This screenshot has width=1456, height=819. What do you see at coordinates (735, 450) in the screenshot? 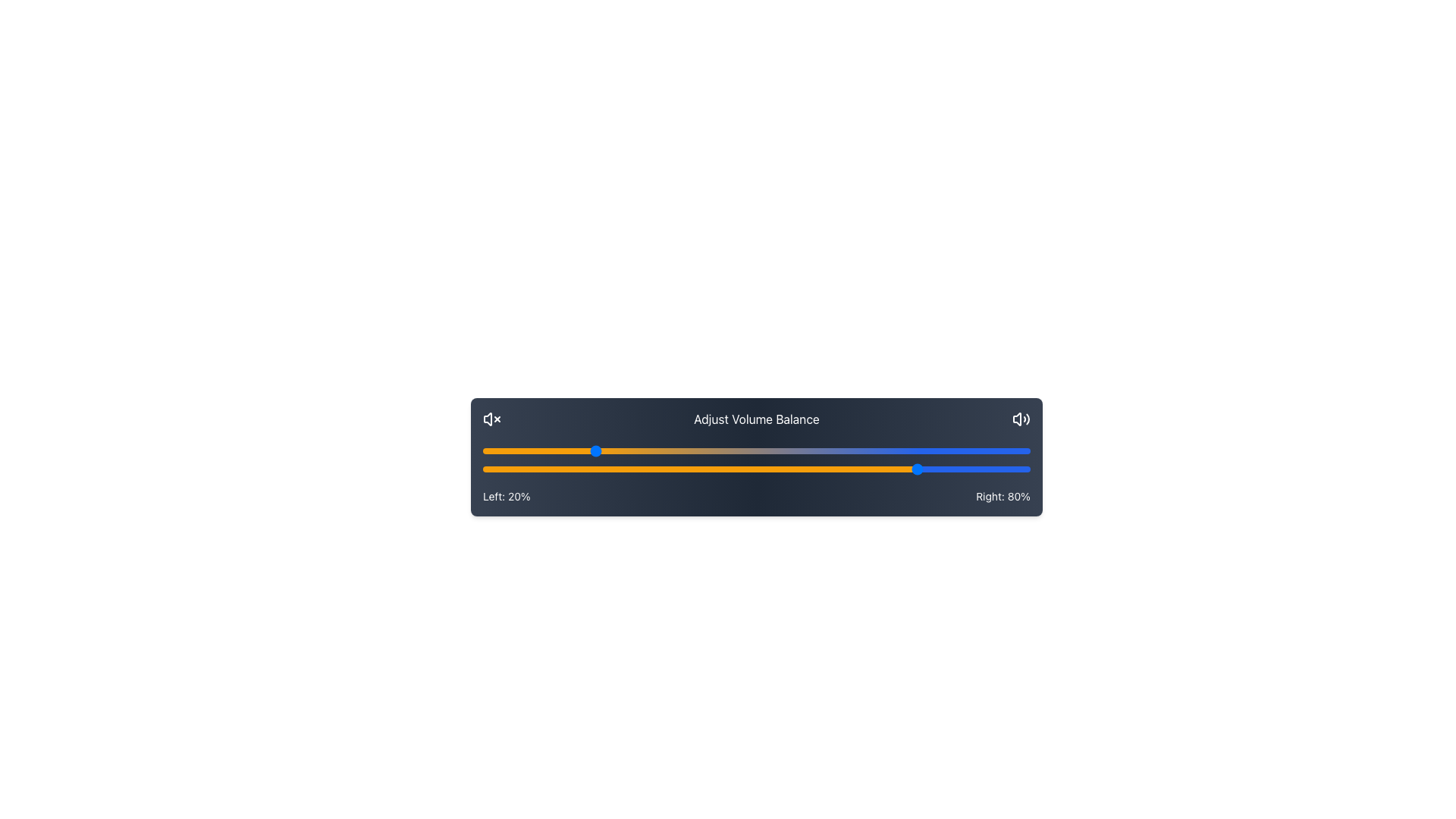
I see `the left balance` at bounding box center [735, 450].